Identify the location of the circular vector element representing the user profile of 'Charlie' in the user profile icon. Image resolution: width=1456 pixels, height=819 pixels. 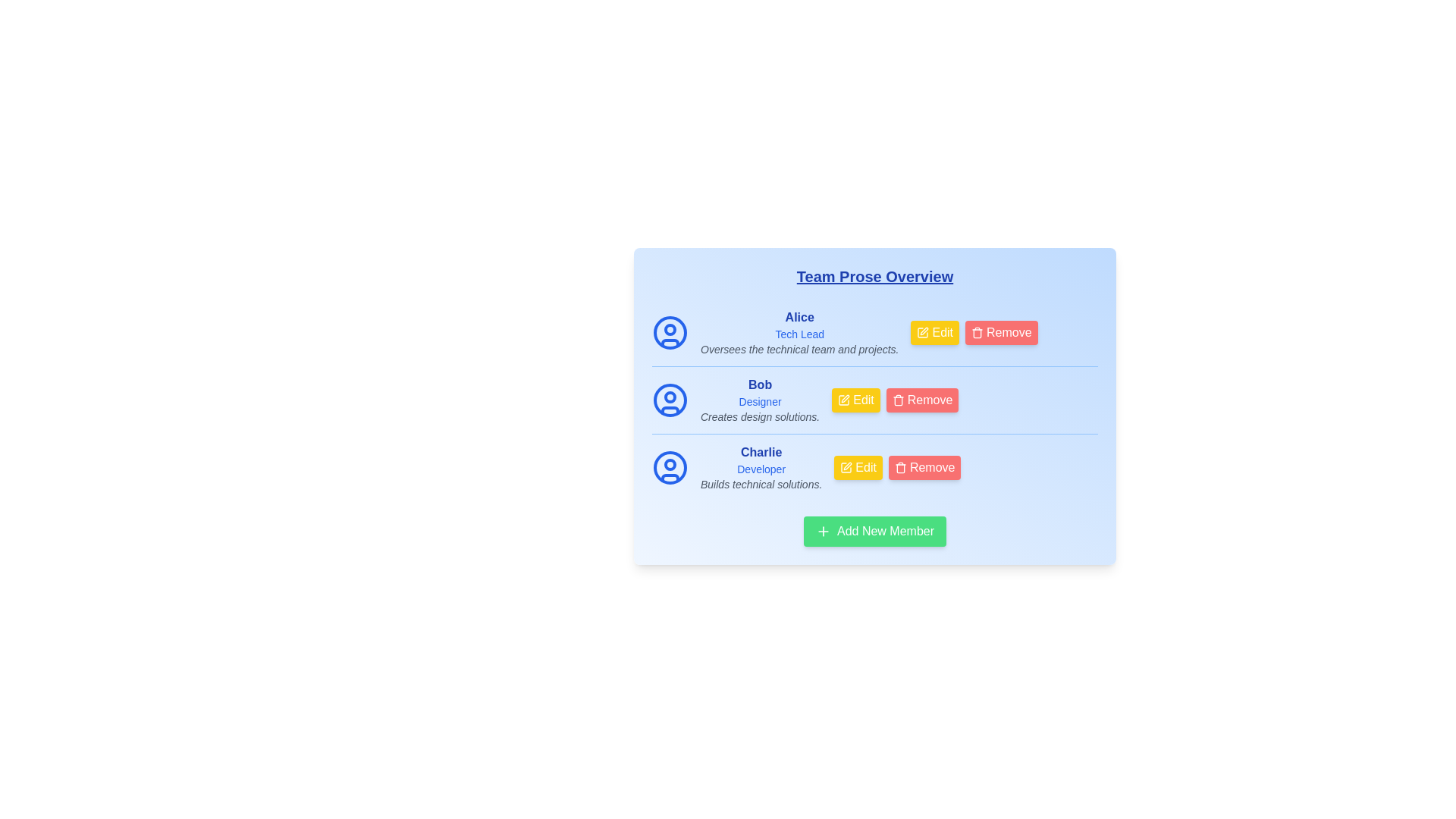
(669, 467).